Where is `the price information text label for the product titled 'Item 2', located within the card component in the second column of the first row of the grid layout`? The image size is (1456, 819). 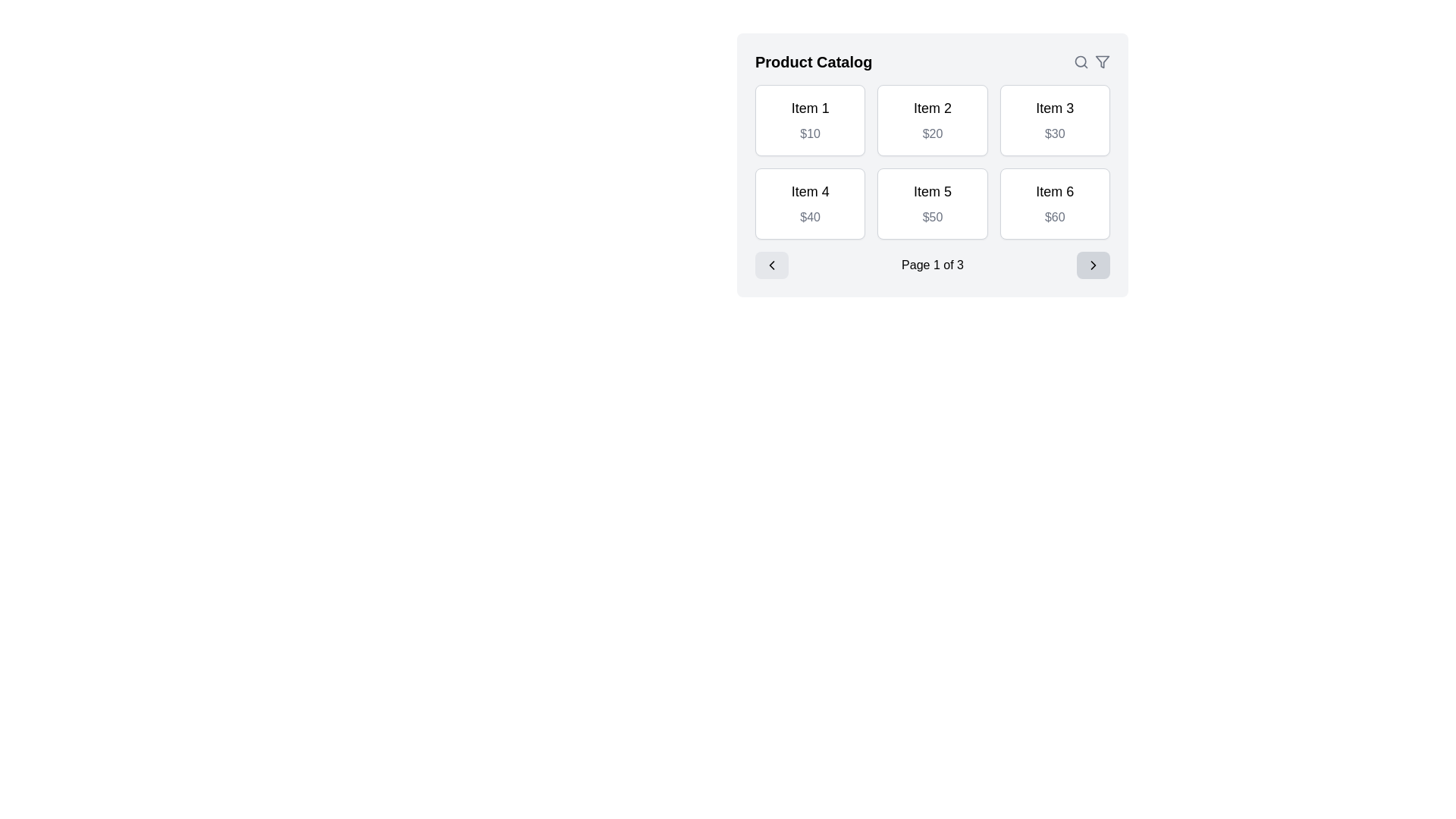 the price information text label for the product titled 'Item 2', located within the card component in the second column of the first row of the grid layout is located at coordinates (931, 133).